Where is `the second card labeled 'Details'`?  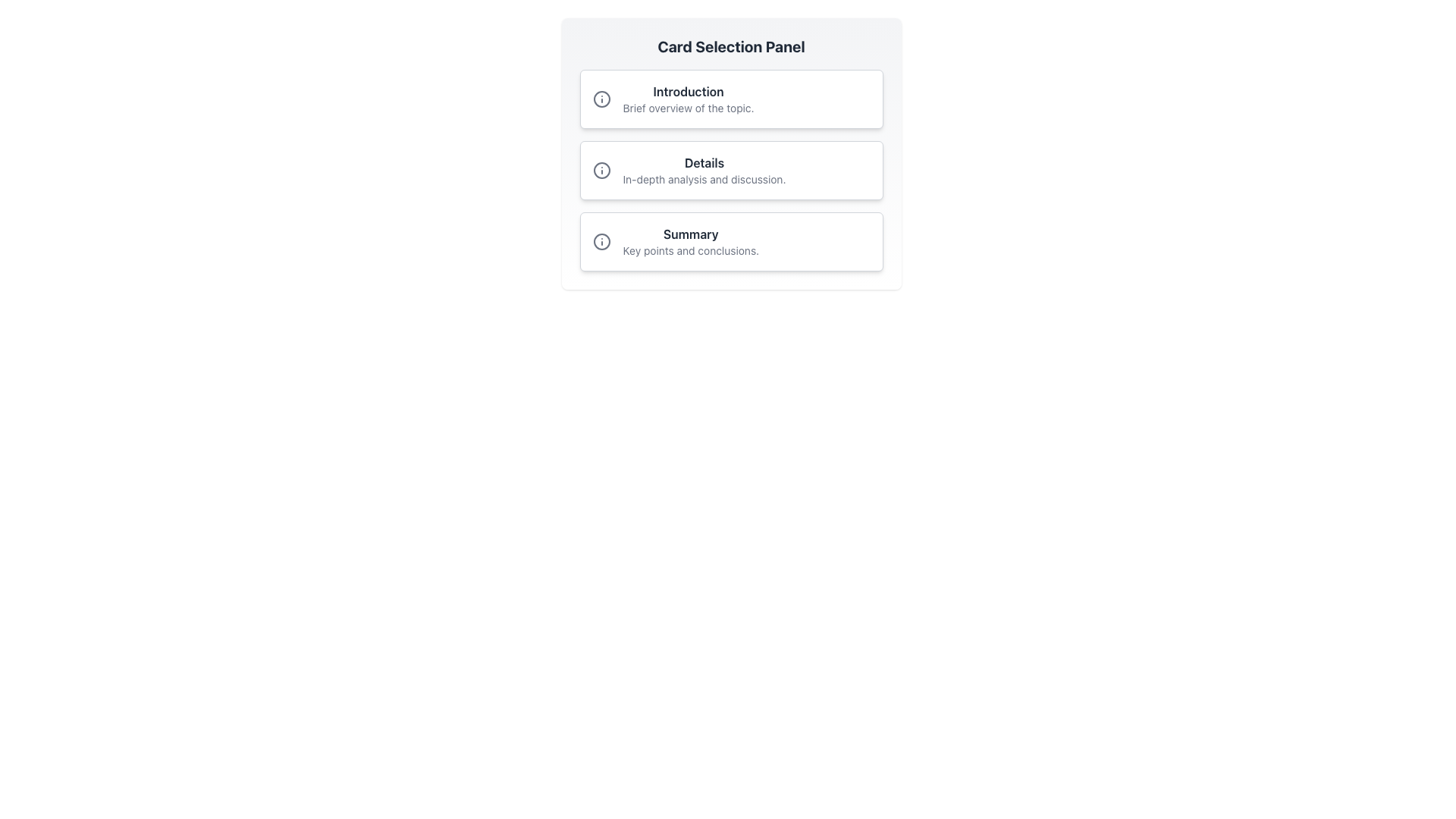 the second card labeled 'Details' is located at coordinates (731, 170).